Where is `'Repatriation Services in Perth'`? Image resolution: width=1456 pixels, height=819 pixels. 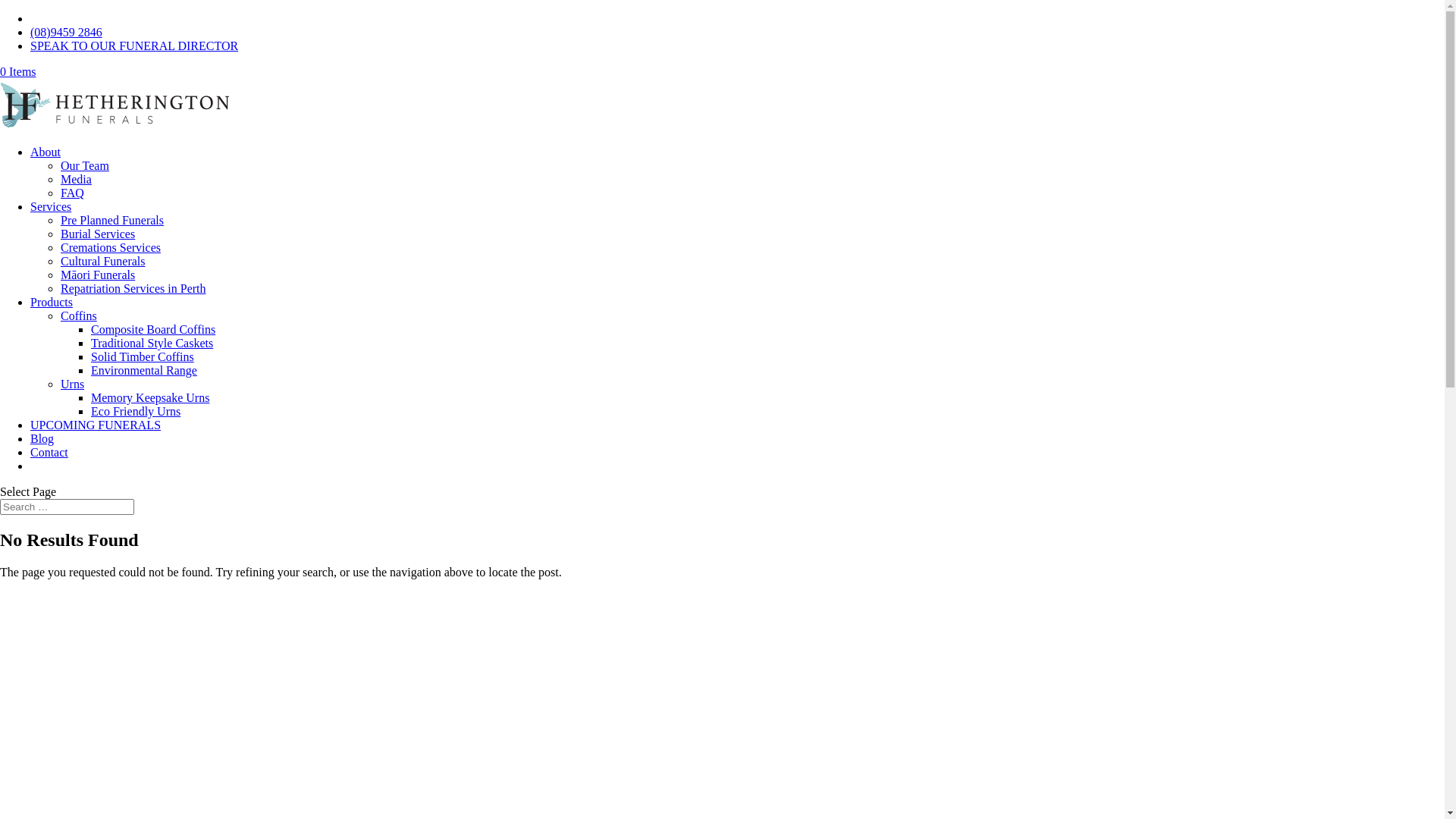 'Repatriation Services in Perth' is located at coordinates (133, 288).